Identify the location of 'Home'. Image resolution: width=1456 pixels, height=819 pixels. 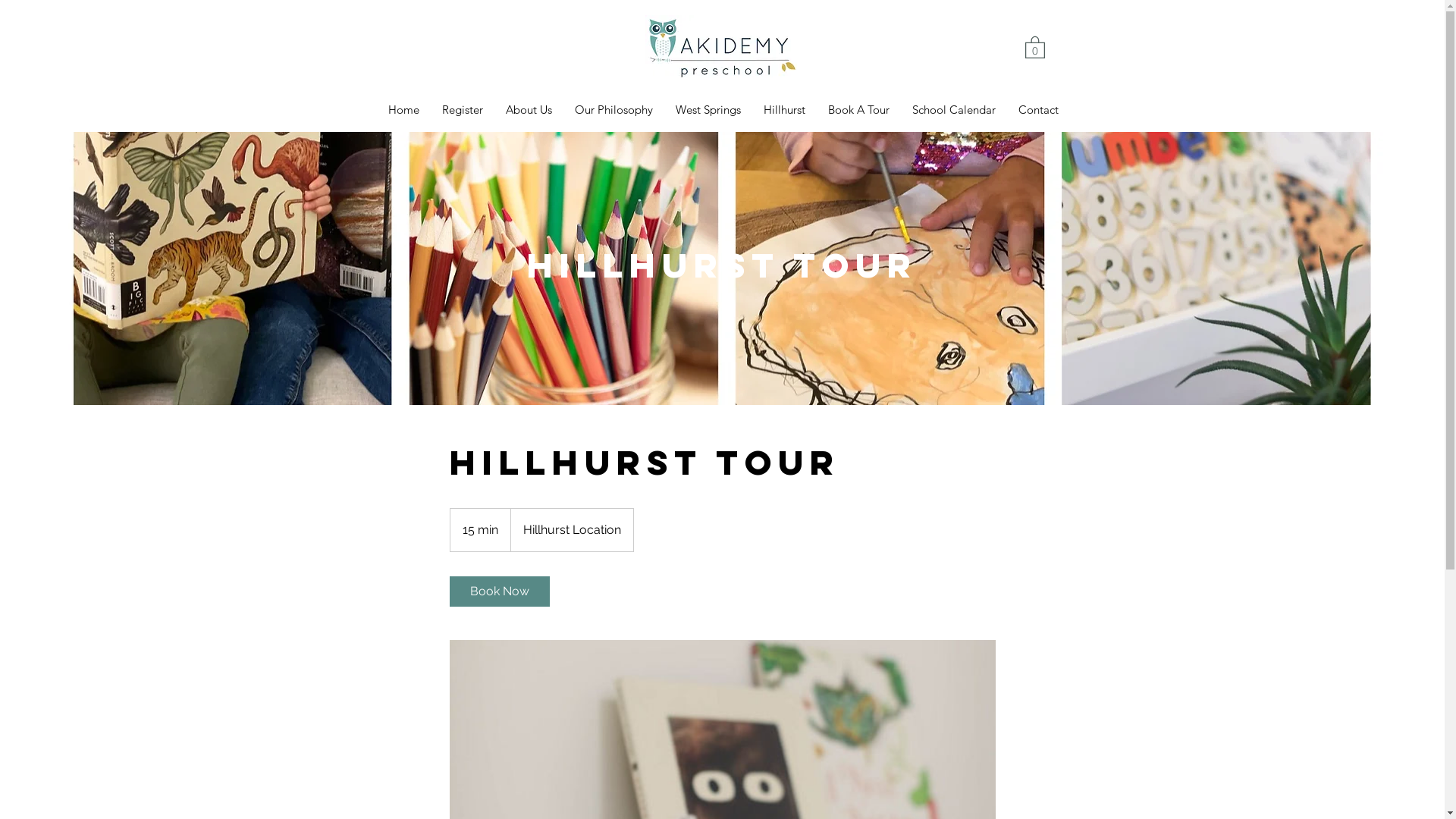
(377, 109).